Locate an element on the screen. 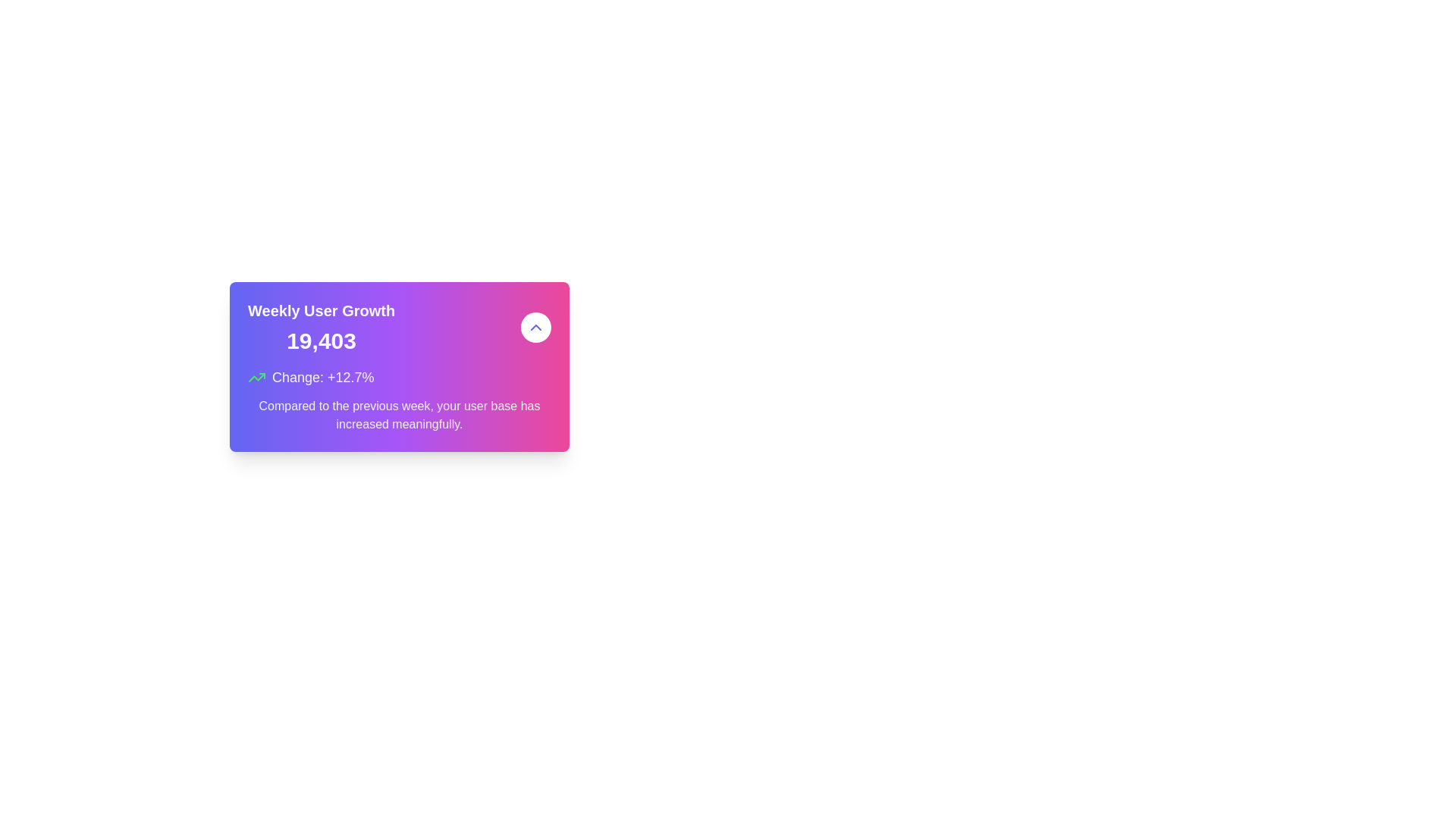 The image size is (1456, 819). the circular button with a white background and indigo-colored up-chevron icon, located to the right of the '19,403' statistic in the 'Weekly User Growth' section is located at coordinates (535, 327).